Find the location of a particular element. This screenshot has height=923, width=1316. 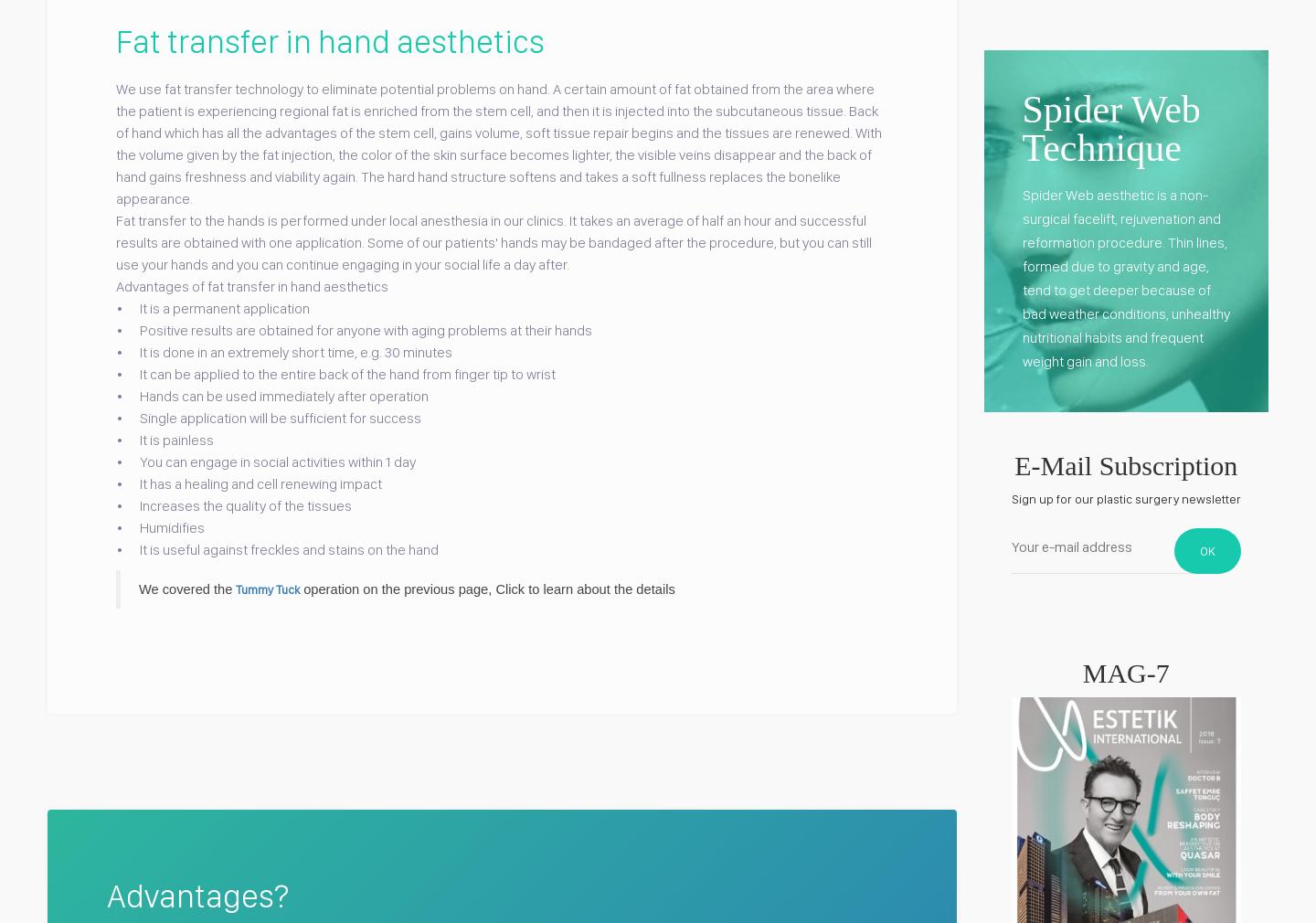

'We covered the' is located at coordinates (187, 587).